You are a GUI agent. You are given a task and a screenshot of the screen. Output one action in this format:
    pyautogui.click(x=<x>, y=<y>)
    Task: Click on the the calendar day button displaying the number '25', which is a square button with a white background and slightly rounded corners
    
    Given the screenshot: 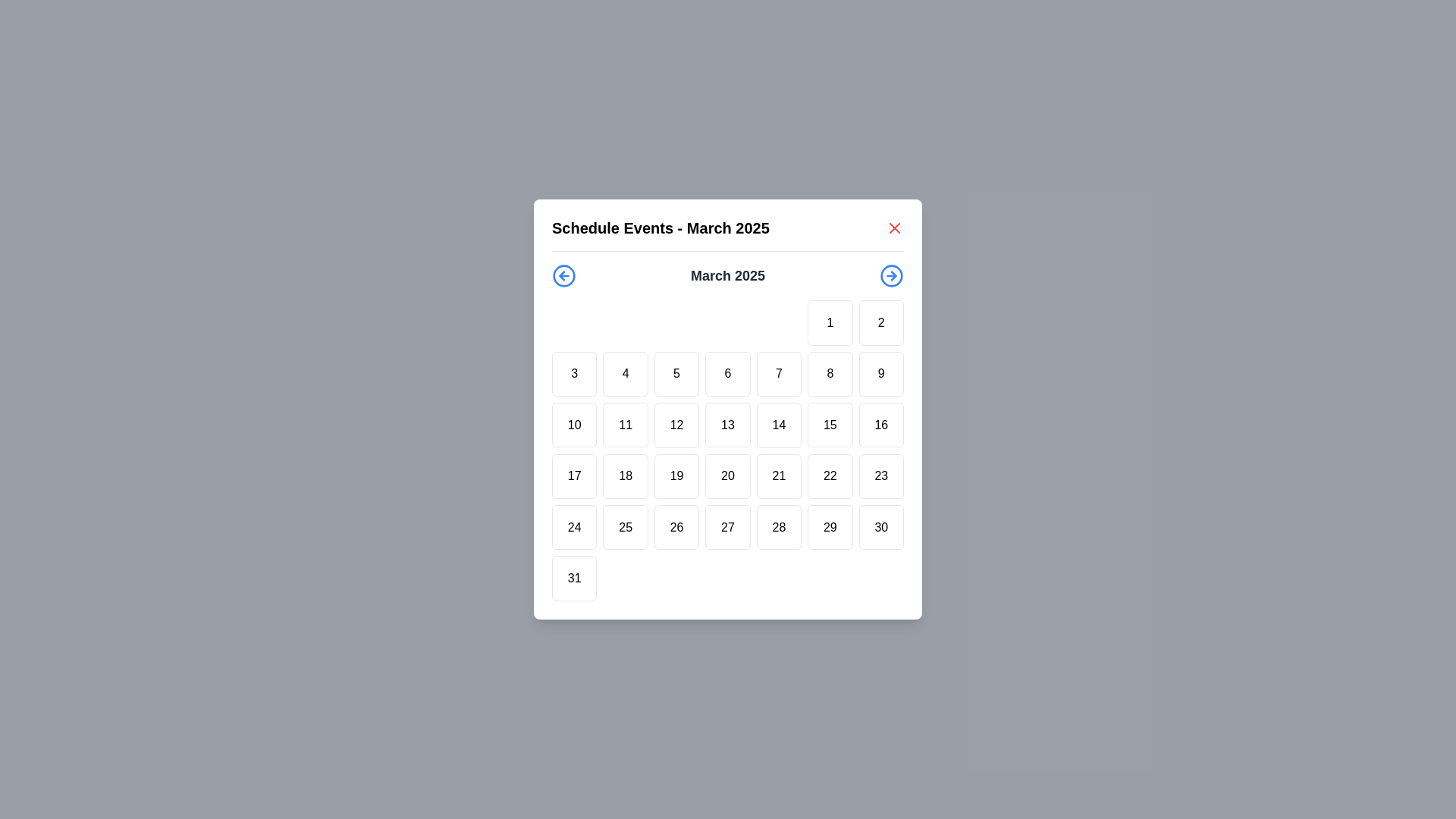 What is the action you would take?
    pyautogui.click(x=626, y=526)
    